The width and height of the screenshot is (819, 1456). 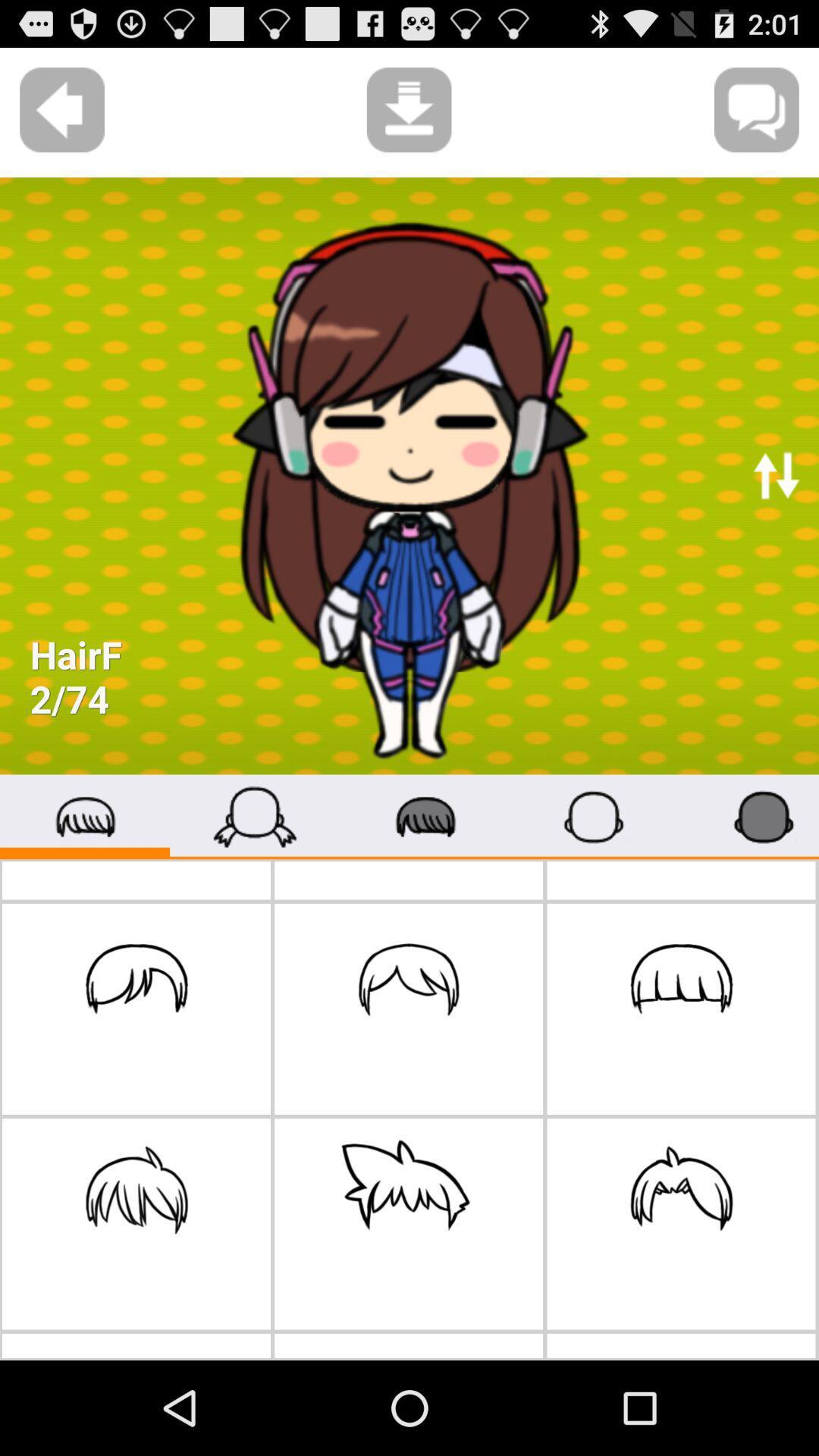 What do you see at coordinates (757, 108) in the screenshot?
I see `the chat icon on the top right corner of the web page` at bounding box center [757, 108].